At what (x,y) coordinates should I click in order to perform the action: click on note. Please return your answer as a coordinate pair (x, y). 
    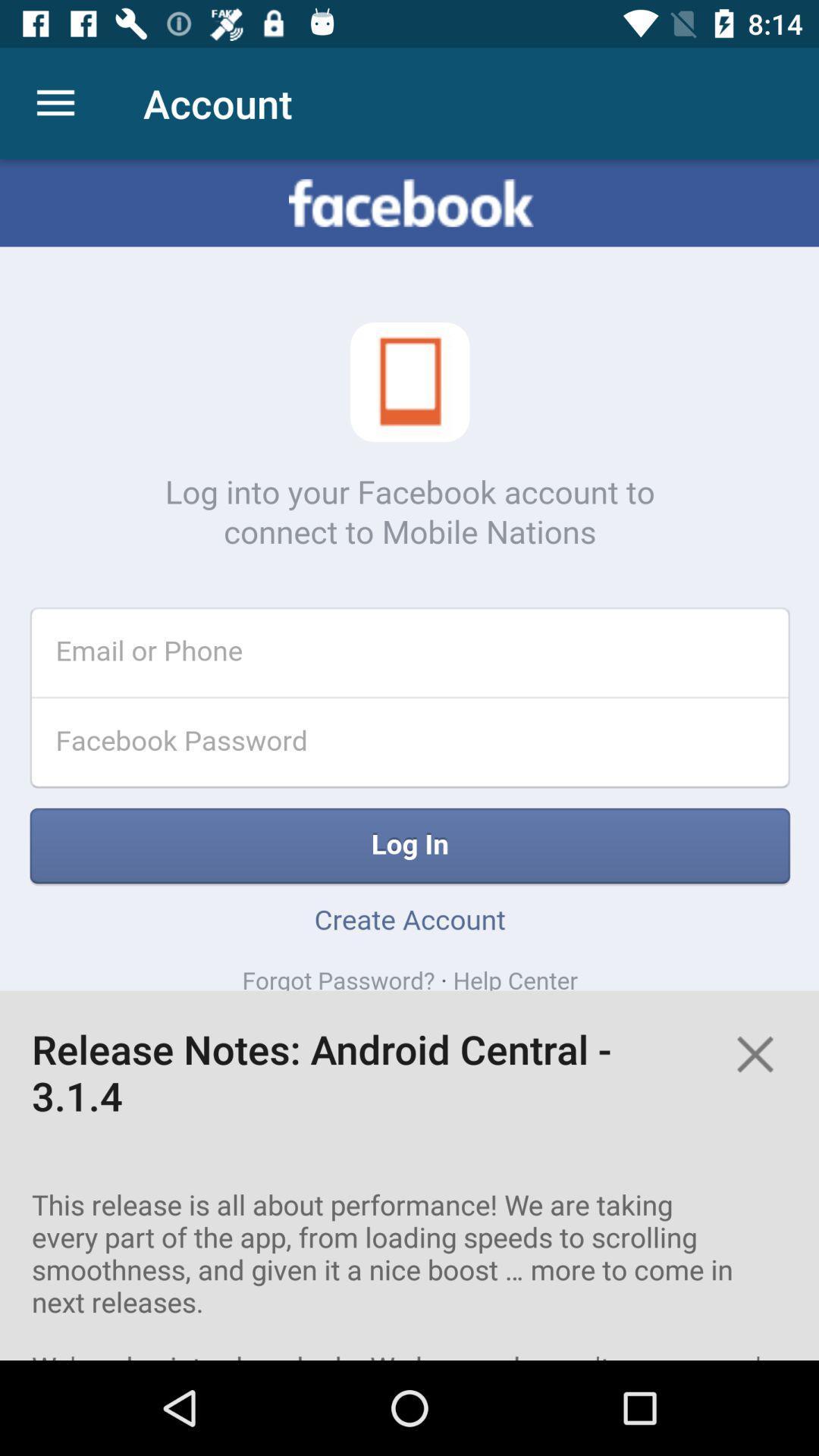
    Looking at the image, I should click on (755, 1053).